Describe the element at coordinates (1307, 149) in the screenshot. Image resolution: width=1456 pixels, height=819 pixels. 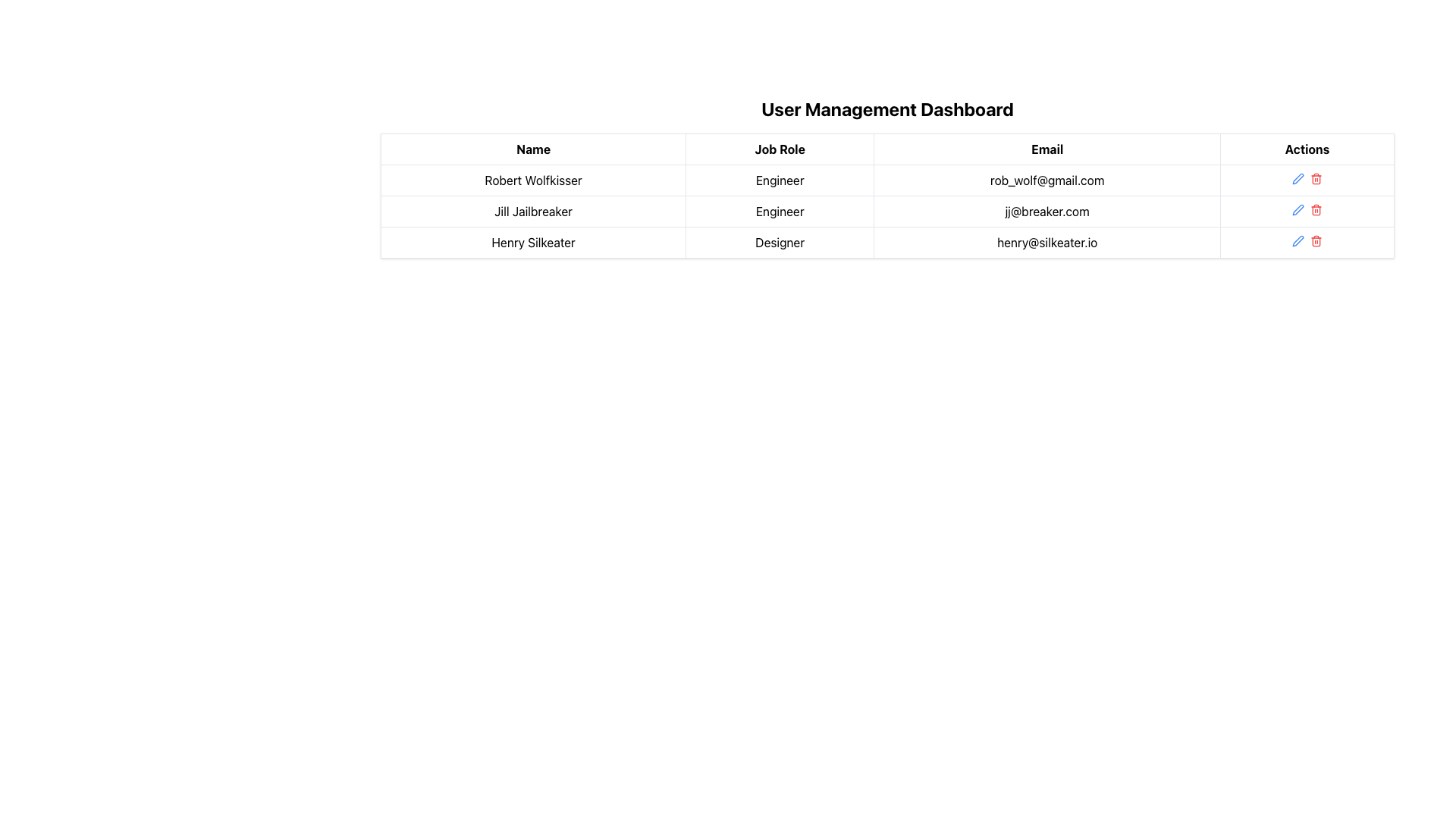
I see `the 'Actions' text block, which is a rectangular header label with bold black text on a white background, positioned as the last column header in a horizontal table layout` at that location.